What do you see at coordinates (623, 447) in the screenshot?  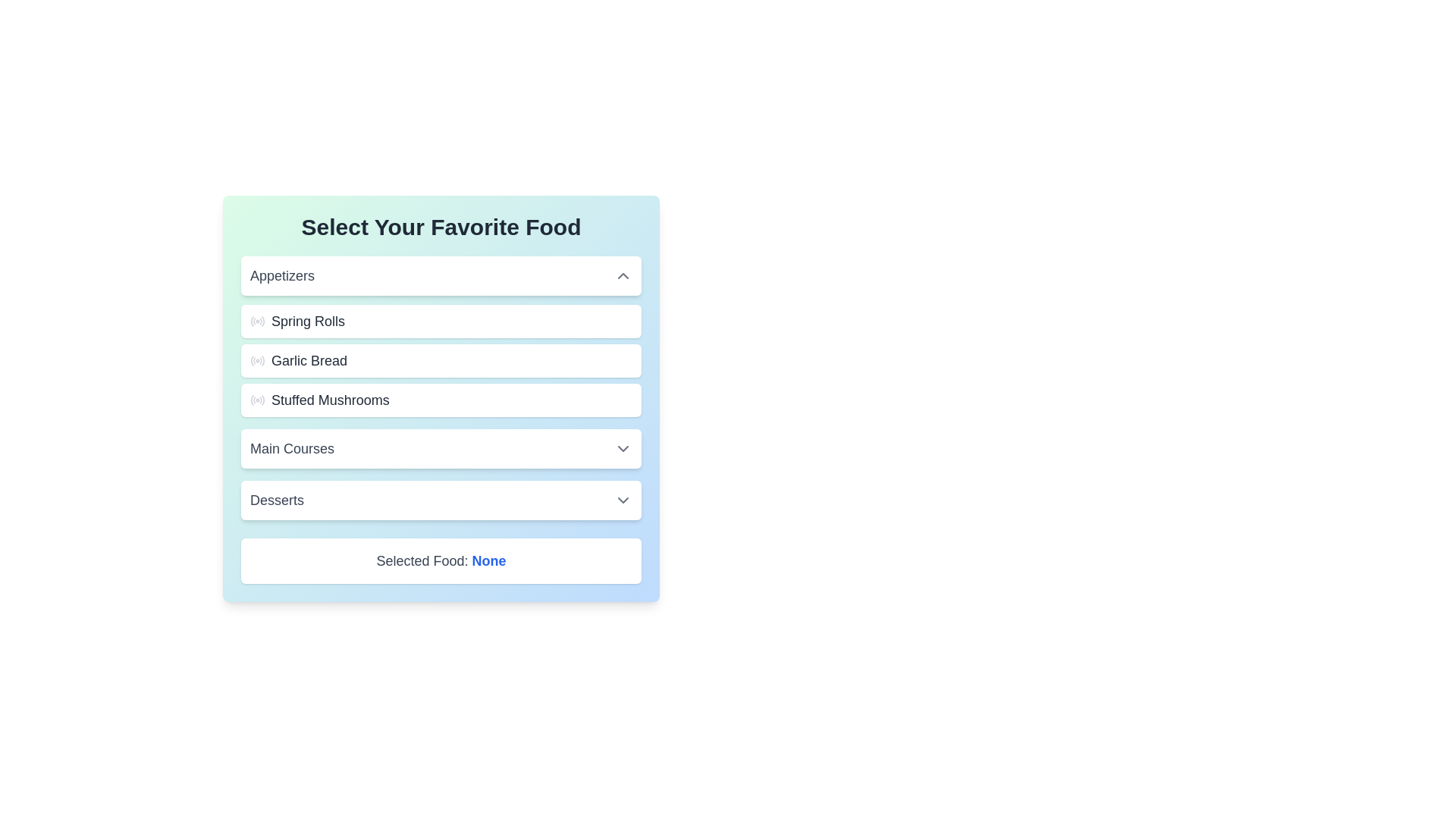 I see `the Dropdown toggle icon located on the right side of the 'Main Courses' section` at bounding box center [623, 447].